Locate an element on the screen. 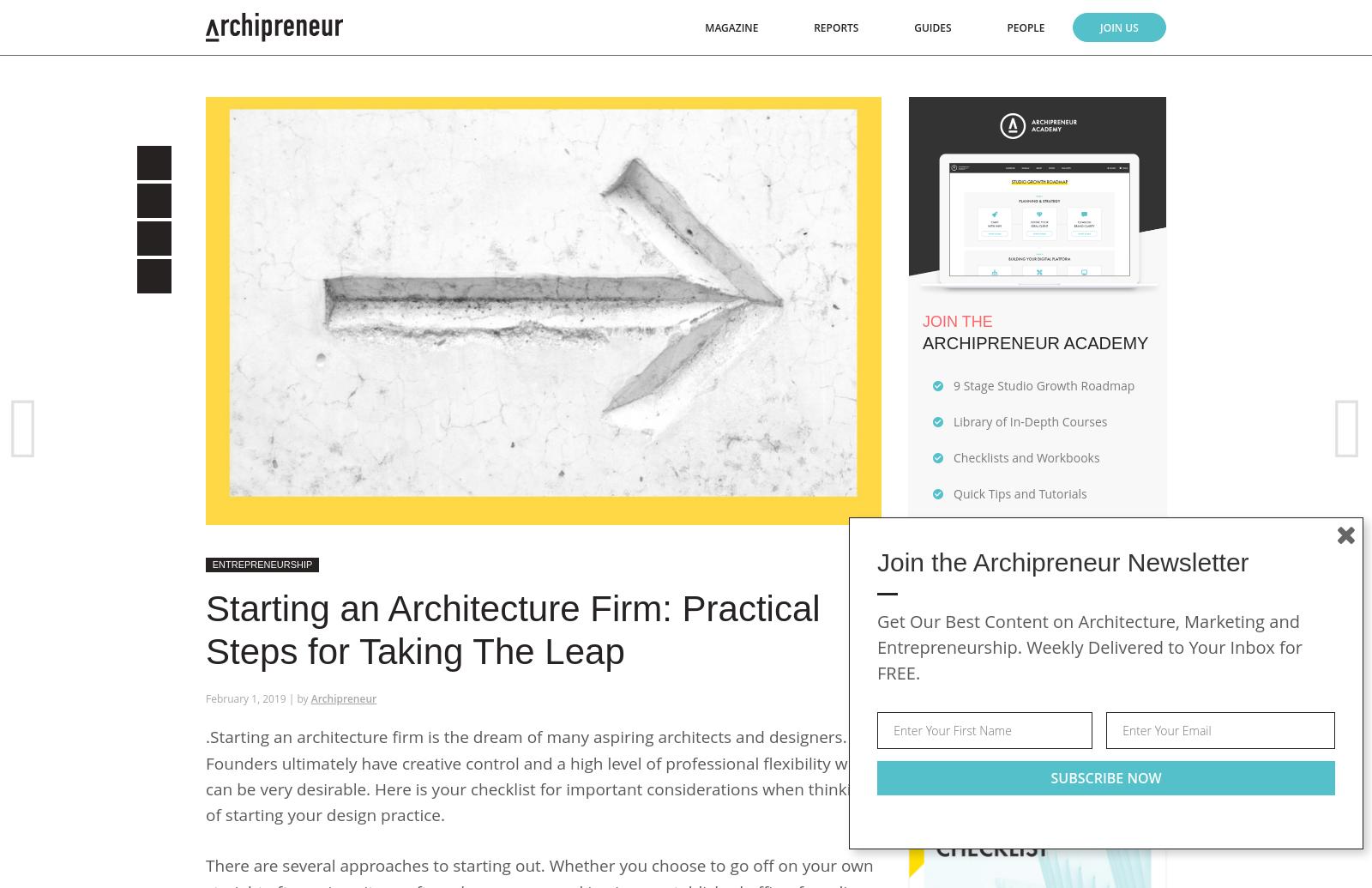 The height and width of the screenshot is (888, 1372). 'Entrepreneurship' is located at coordinates (262, 563).